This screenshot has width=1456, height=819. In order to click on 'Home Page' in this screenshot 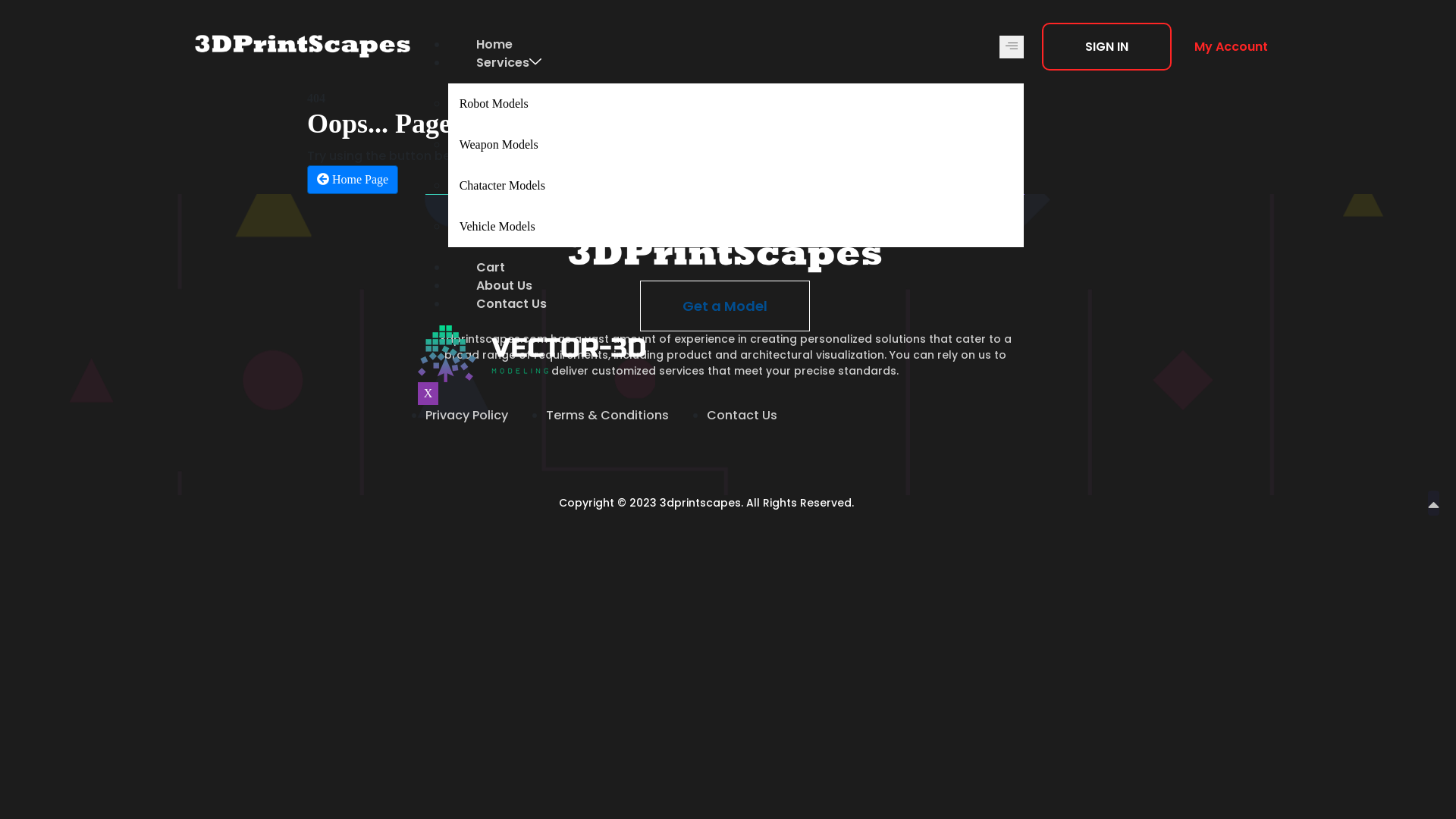, I will do `click(352, 178)`.